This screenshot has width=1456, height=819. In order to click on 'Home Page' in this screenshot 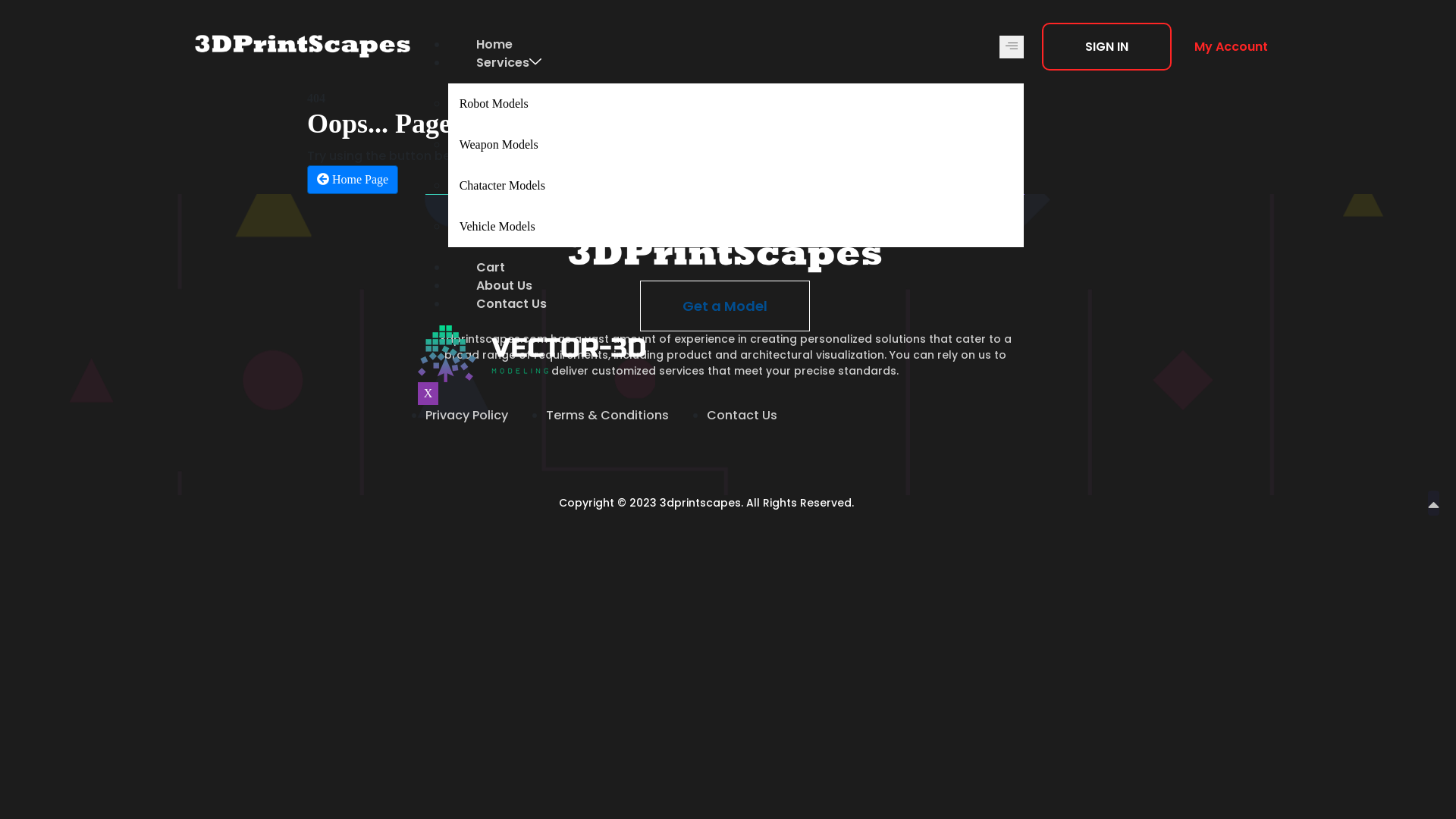, I will do `click(352, 178)`.